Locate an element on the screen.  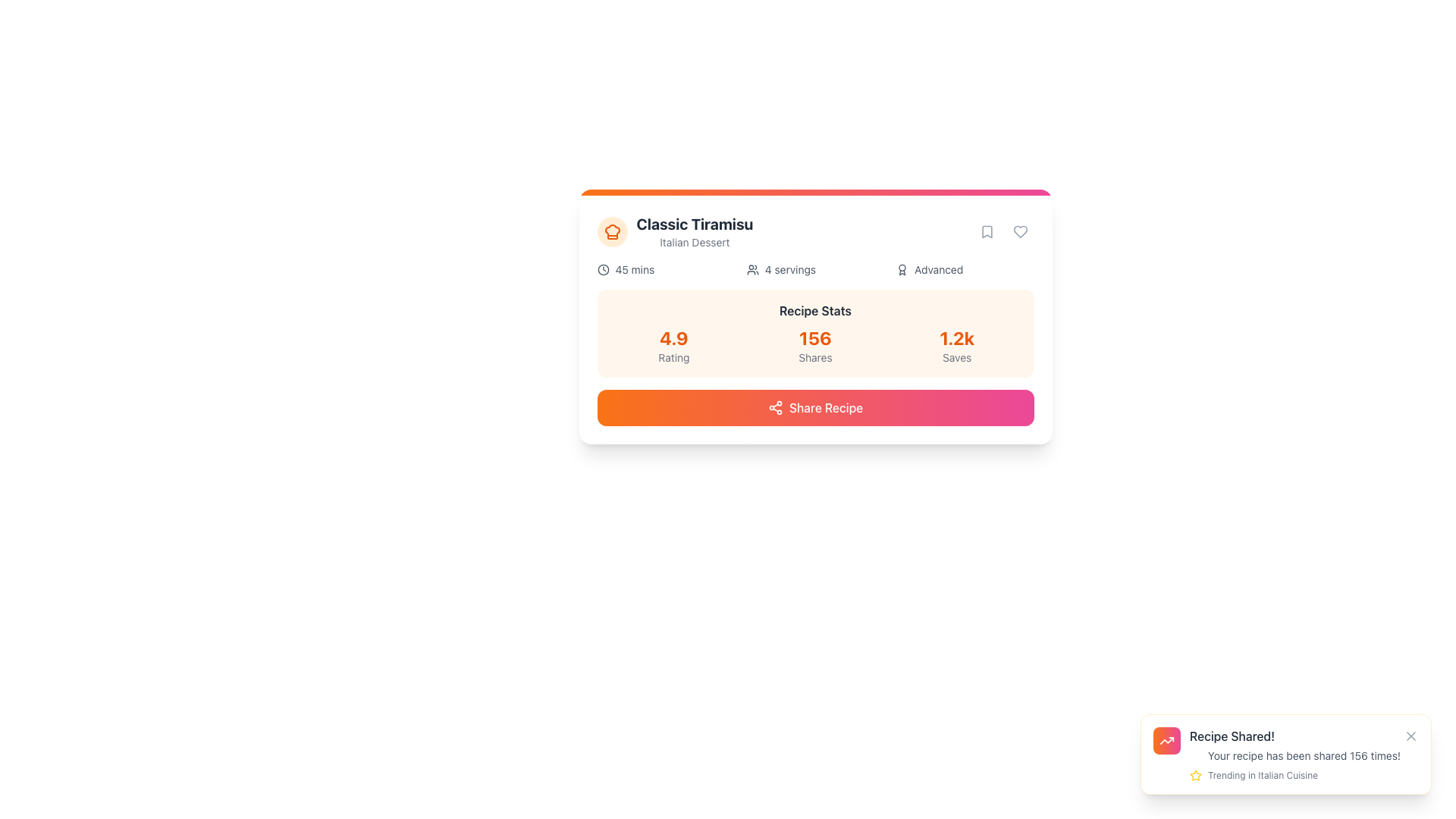
the SVG graphical element that serves as a bookmark indicator located in the top-right corner of the card is located at coordinates (987, 231).